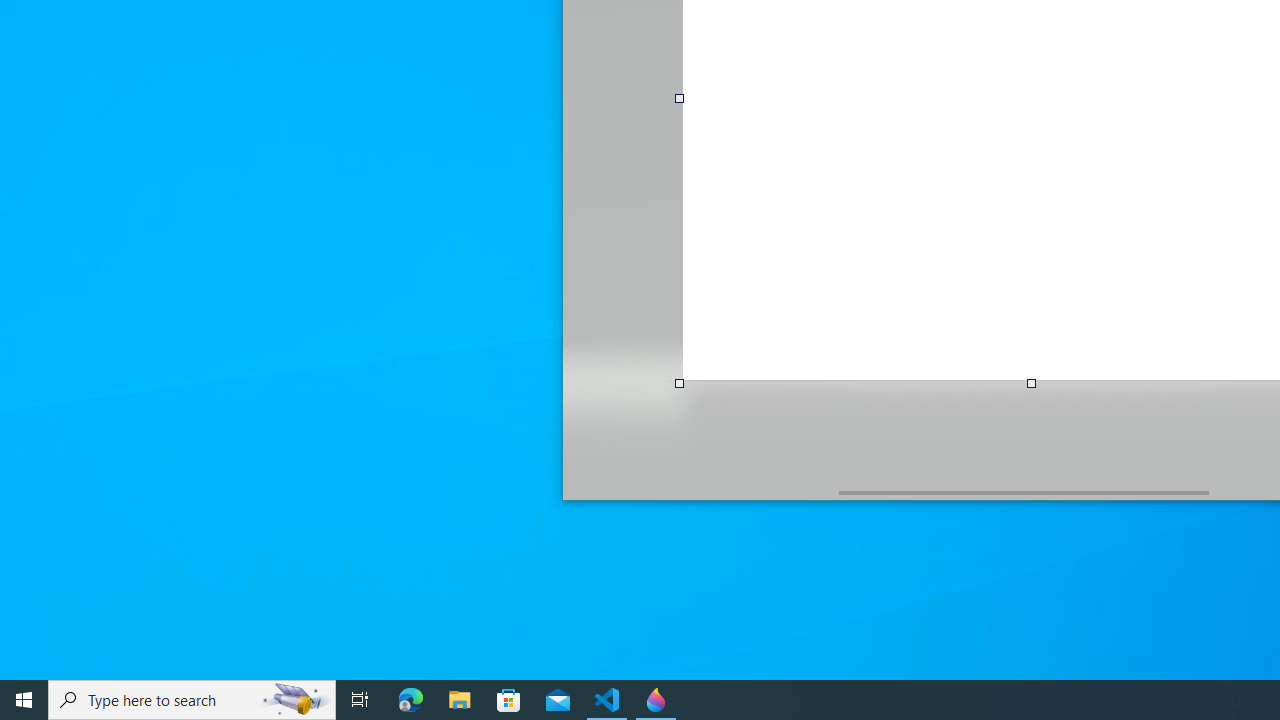 Image resolution: width=1280 pixels, height=720 pixels. Describe the element at coordinates (359, 698) in the screenshot. I see `'Task View'` at that location.